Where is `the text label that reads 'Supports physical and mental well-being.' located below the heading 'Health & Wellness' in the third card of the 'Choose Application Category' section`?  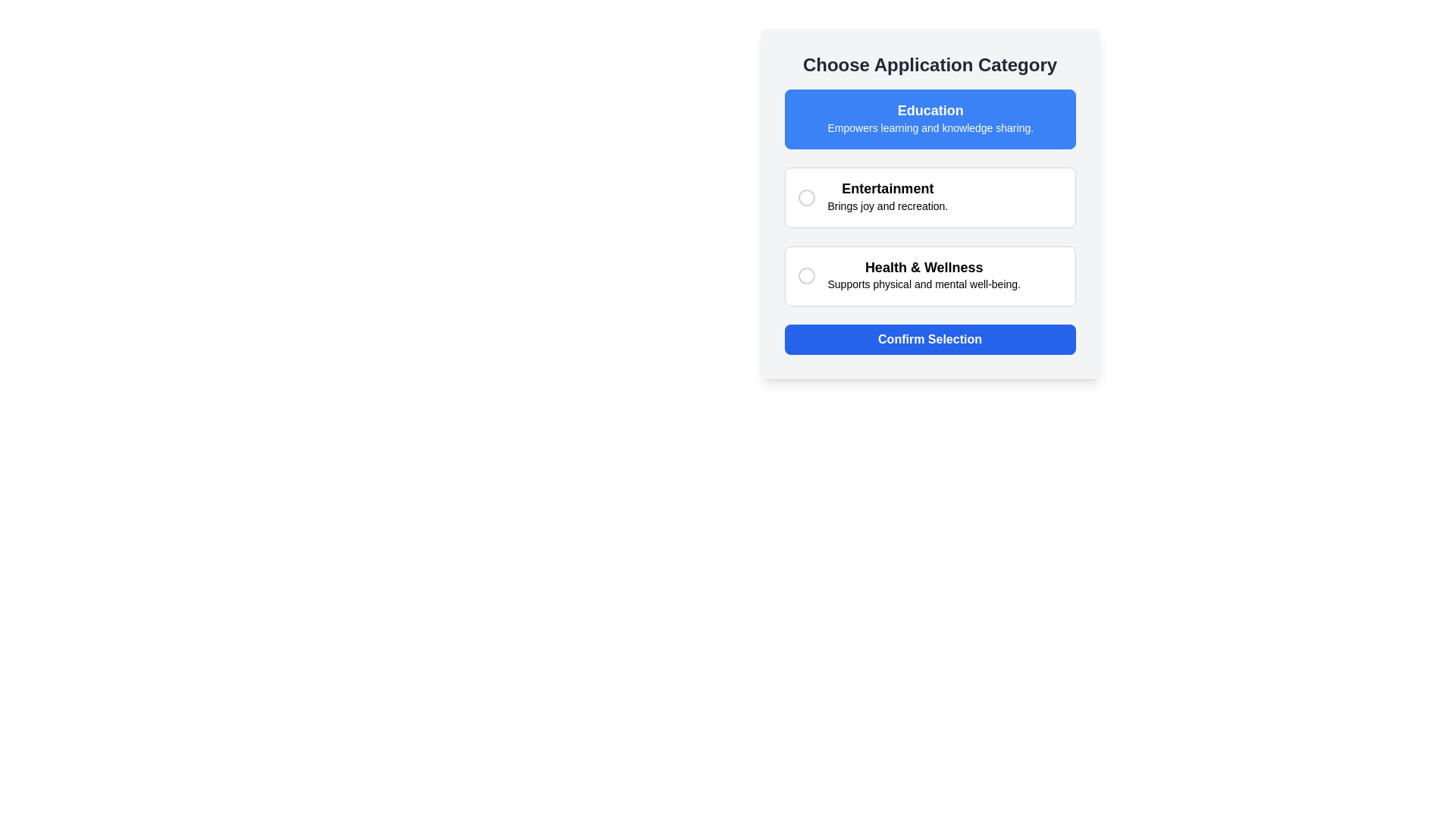 the text label that reads 'Supports physical and mental well-being.' located below the heading 'Health & Wellness' in the third card of the 'Choose Application Category' section is located at coordinates (923, 284).